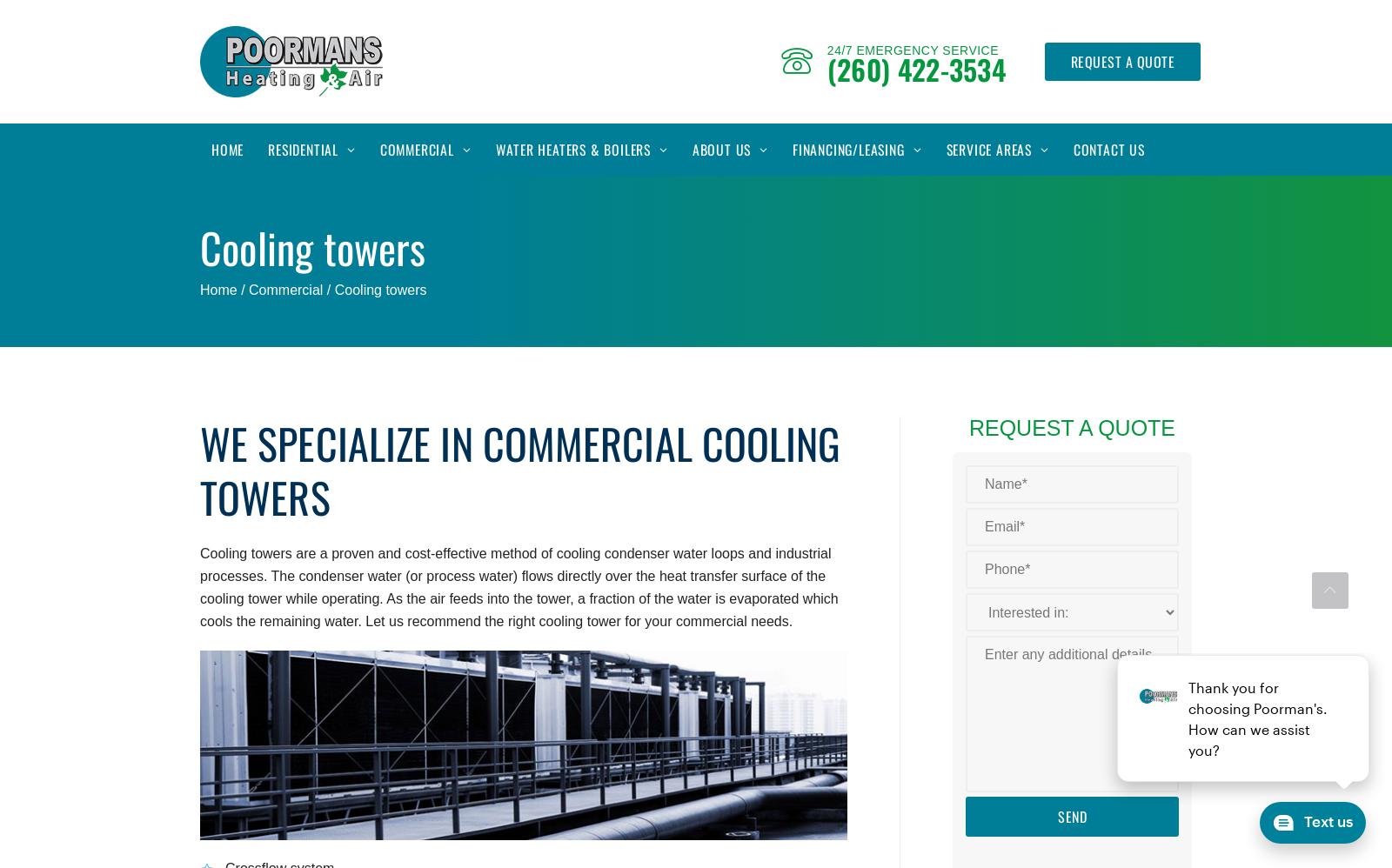 The height and width of the screenshot is (868, 1392). I want to click on 'Wells Fargo Residential Financing', so click(894, 216).